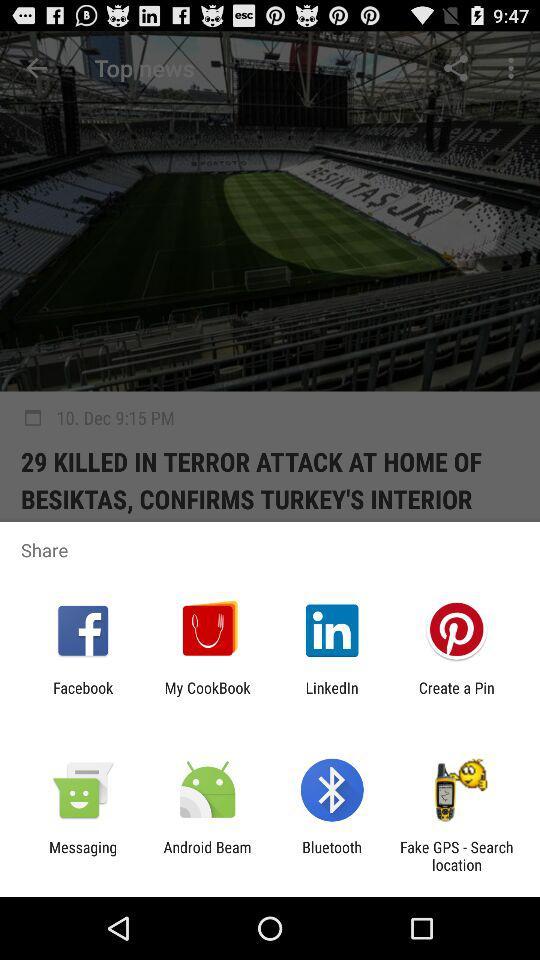 The height and width of the screenshot is (960, 540). What do you see at coordinates (456, 855) in the screenshot?
I see `item to the right of bluetooth app` at bounding box center [456, 855].